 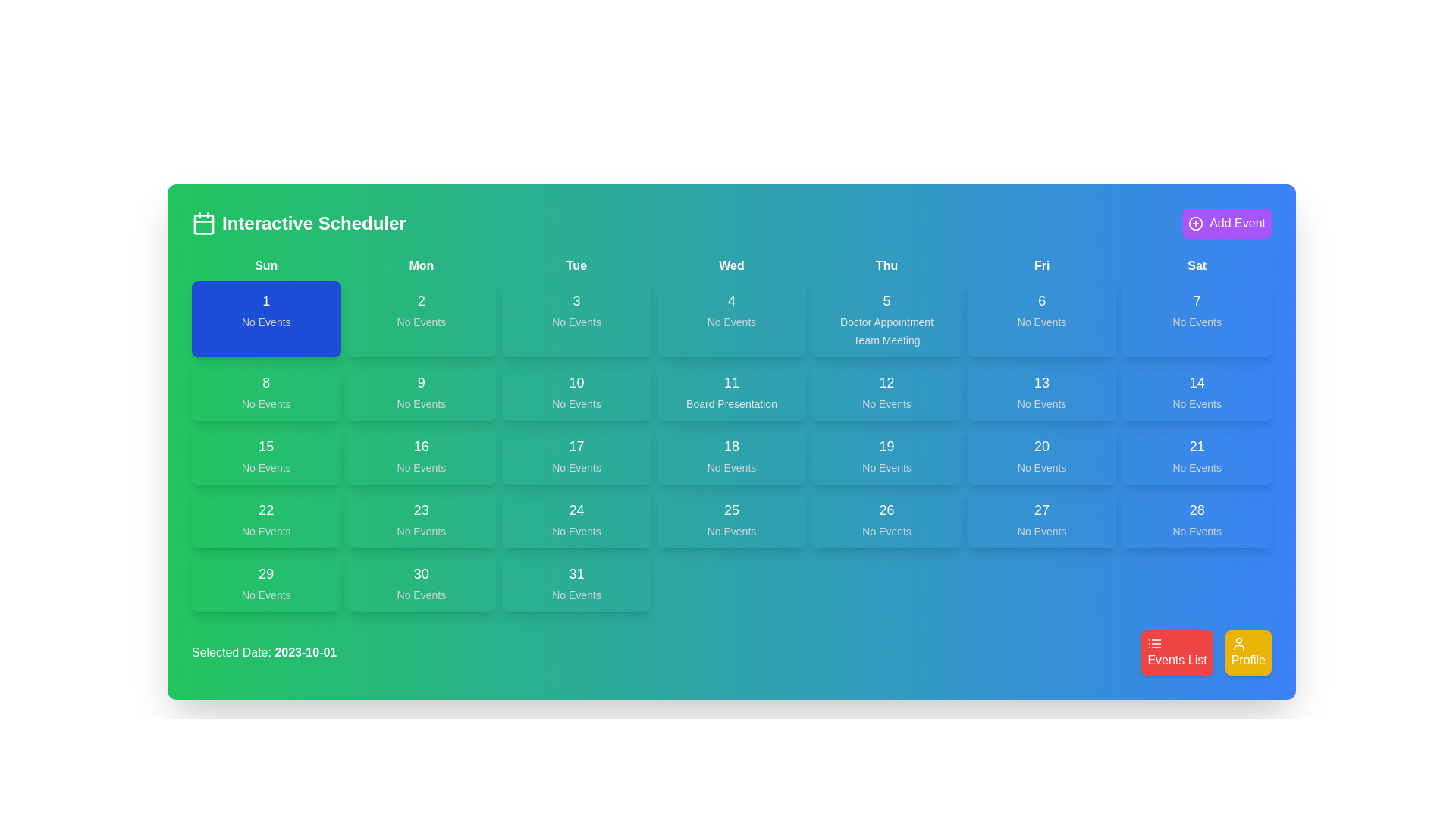 I want to click on the header label representing 'Sunday' in the weekly calendar view, which is positioned at the top-left corner among the day labels, so click(x=266, y=265).